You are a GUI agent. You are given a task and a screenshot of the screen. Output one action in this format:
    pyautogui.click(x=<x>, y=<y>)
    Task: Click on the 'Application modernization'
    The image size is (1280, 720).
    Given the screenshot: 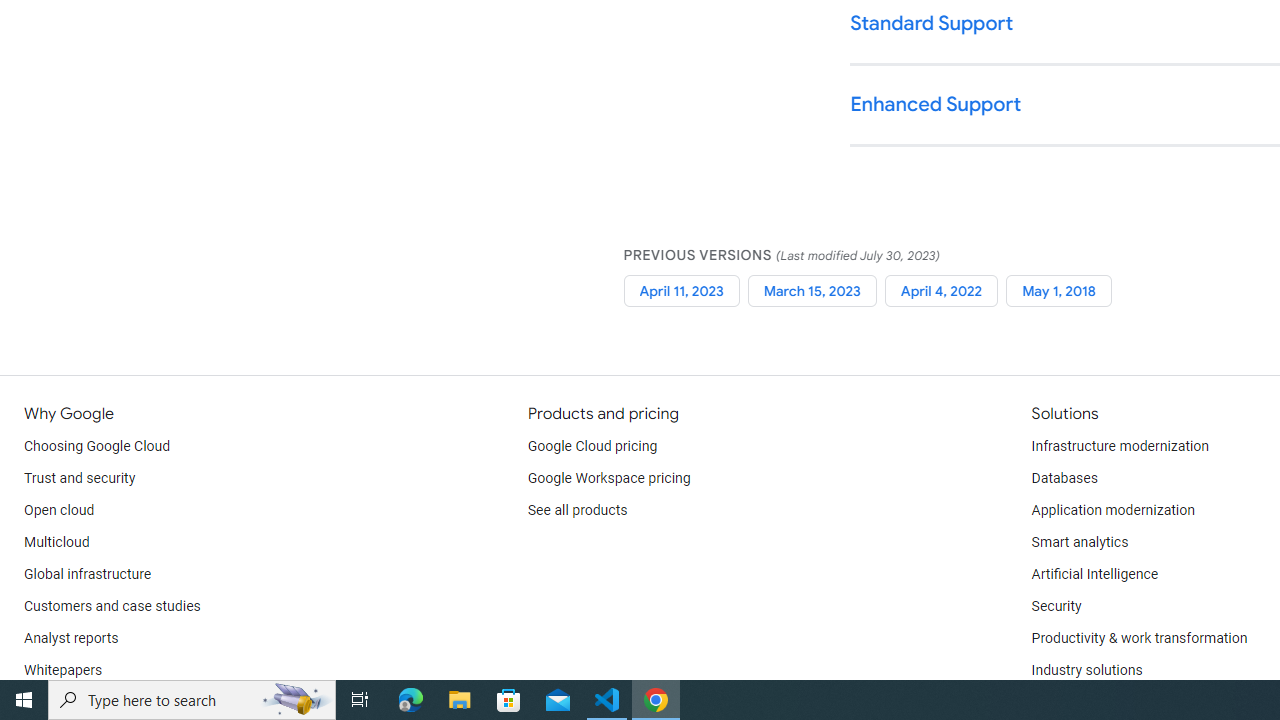 What is the action you would take?
    pyautogui.click(x=1111, y=510)
    